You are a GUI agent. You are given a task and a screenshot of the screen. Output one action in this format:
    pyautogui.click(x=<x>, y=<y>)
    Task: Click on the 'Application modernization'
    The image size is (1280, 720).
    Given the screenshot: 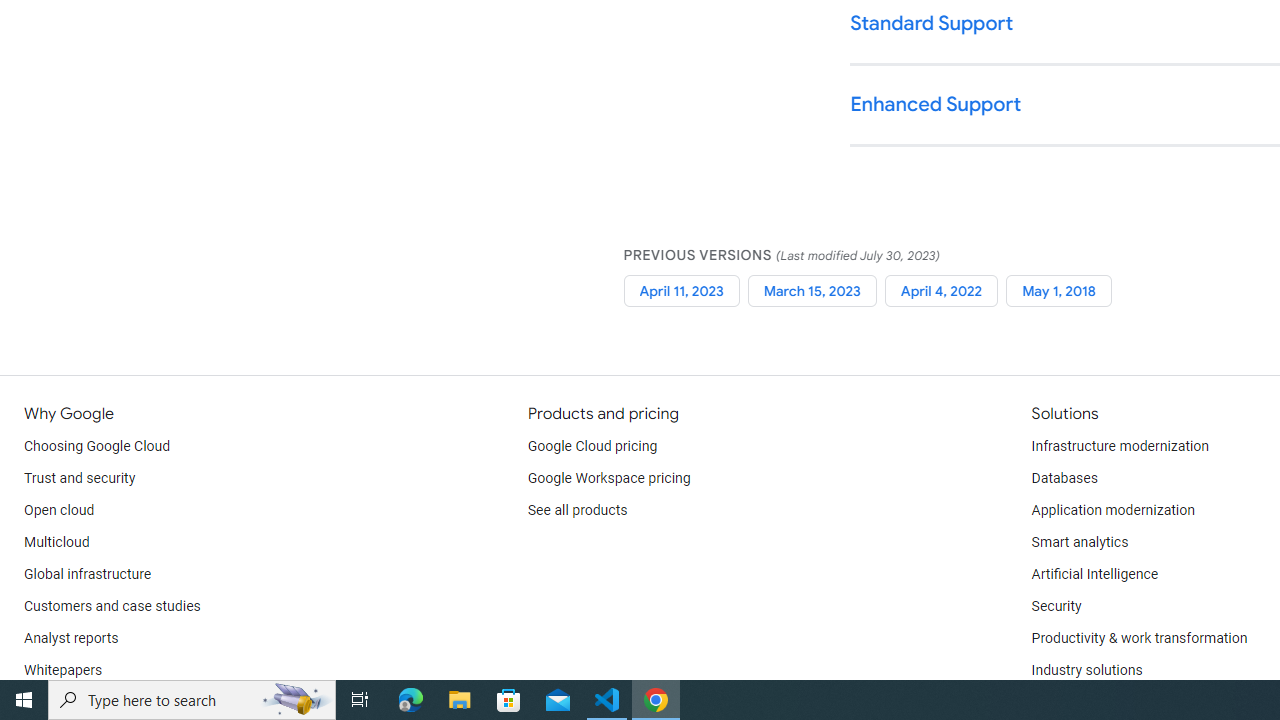 What is the action you would take?
    pyautogui.click(x=1111, y=510)
    